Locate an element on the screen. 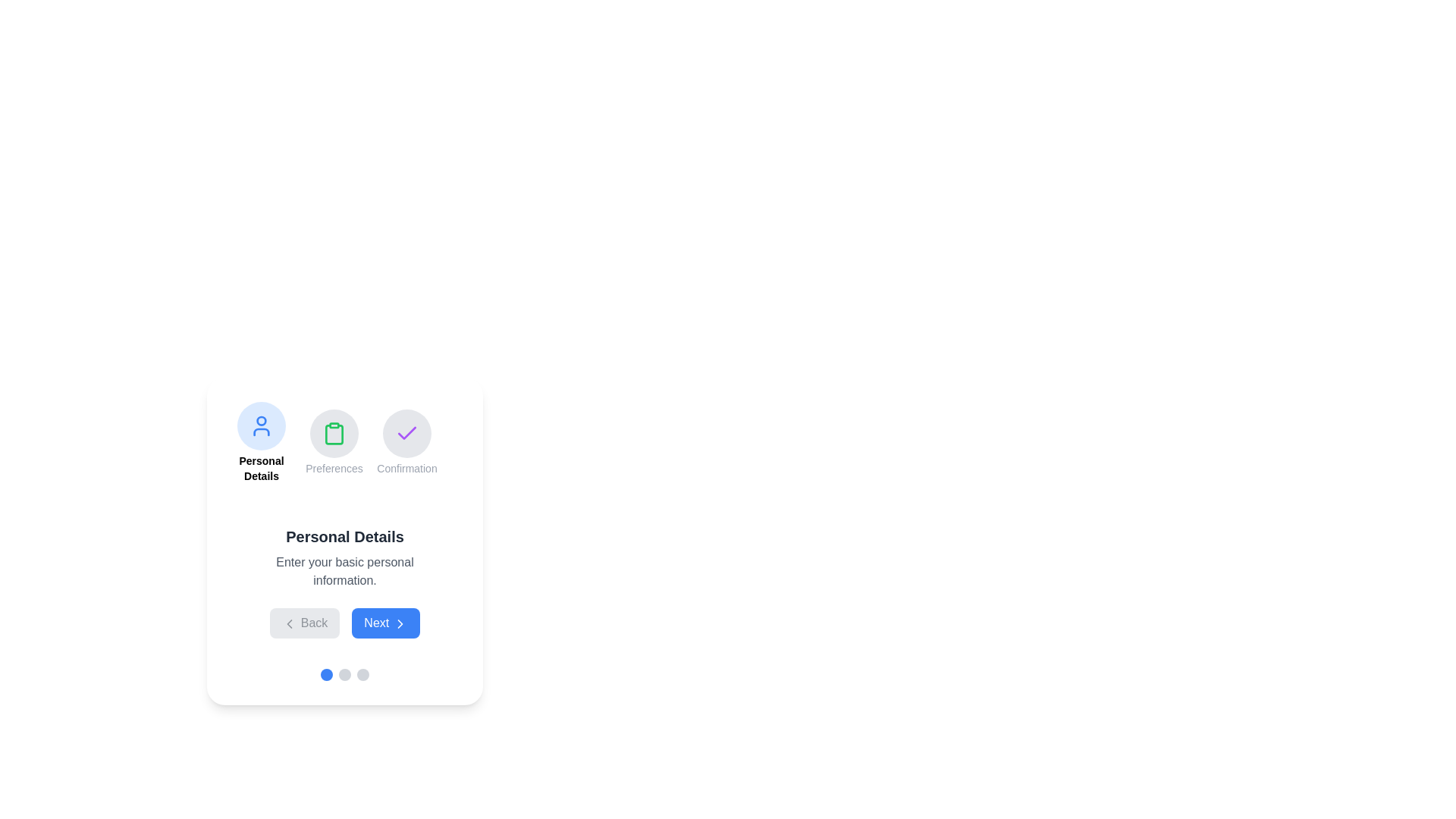  the 'Confirmation' step in the multi-step process, which is the third element in a horizontal list of three items titled 'Personal Details,' 'Preferences,' and 'Confirmation.' is located at coordinates (407, 442).